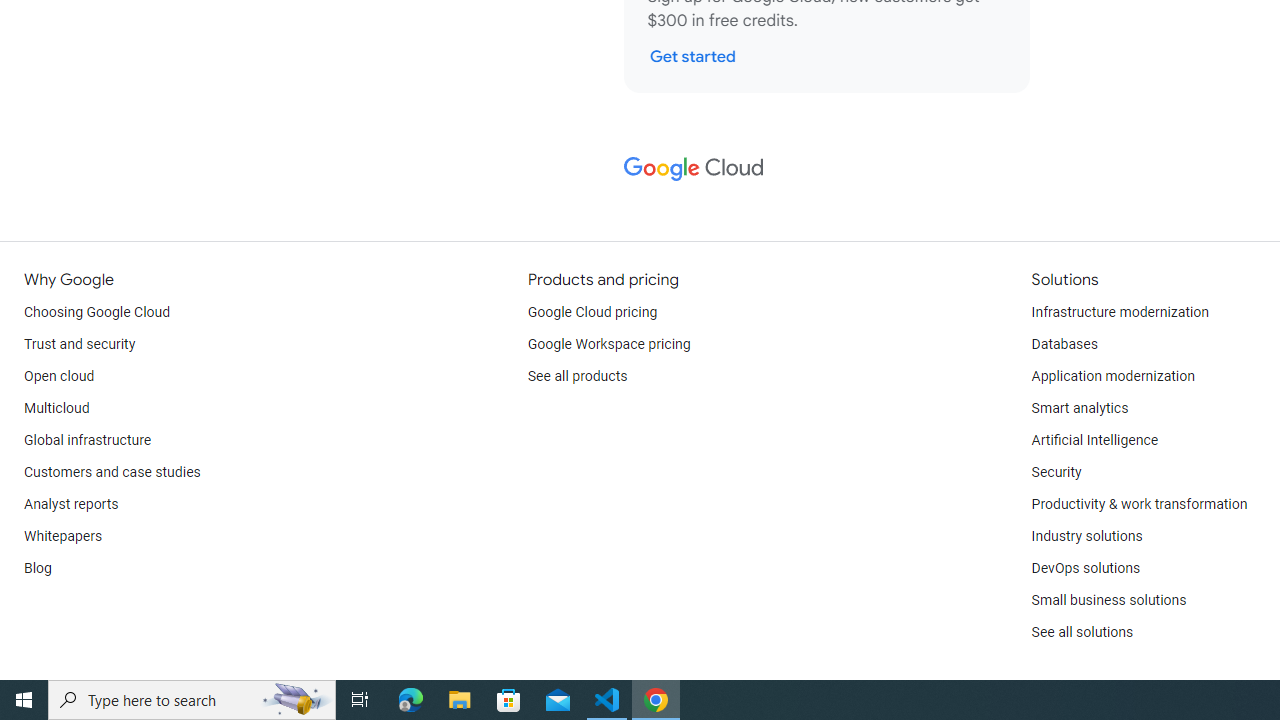 The width and height of the screenshot is (1280, 720). I want to click on 'See all solutions', so click(1081, 632).